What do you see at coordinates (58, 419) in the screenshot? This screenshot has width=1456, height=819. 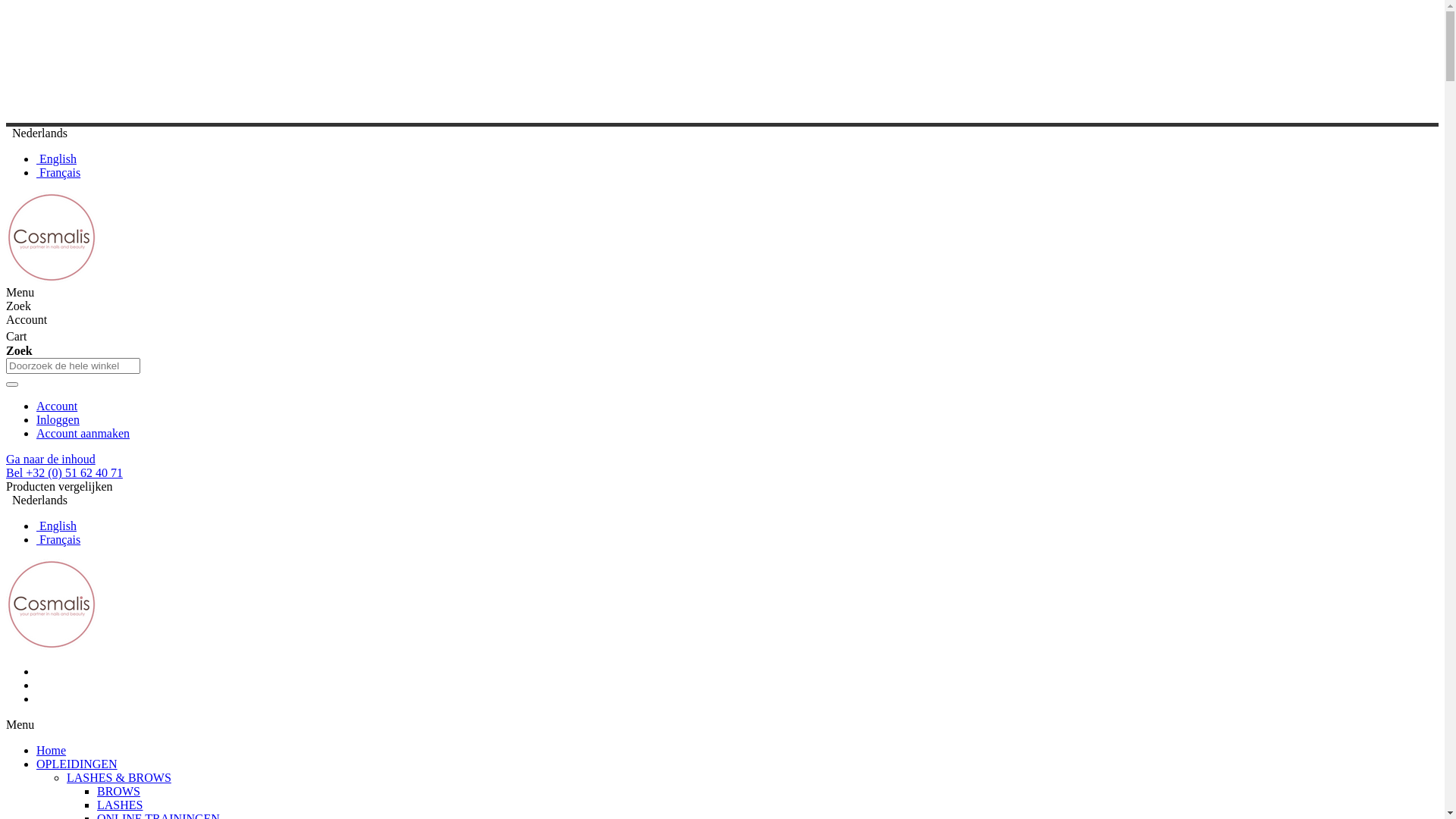 I see `'Inloggen'` at bounding box center [58, 419].